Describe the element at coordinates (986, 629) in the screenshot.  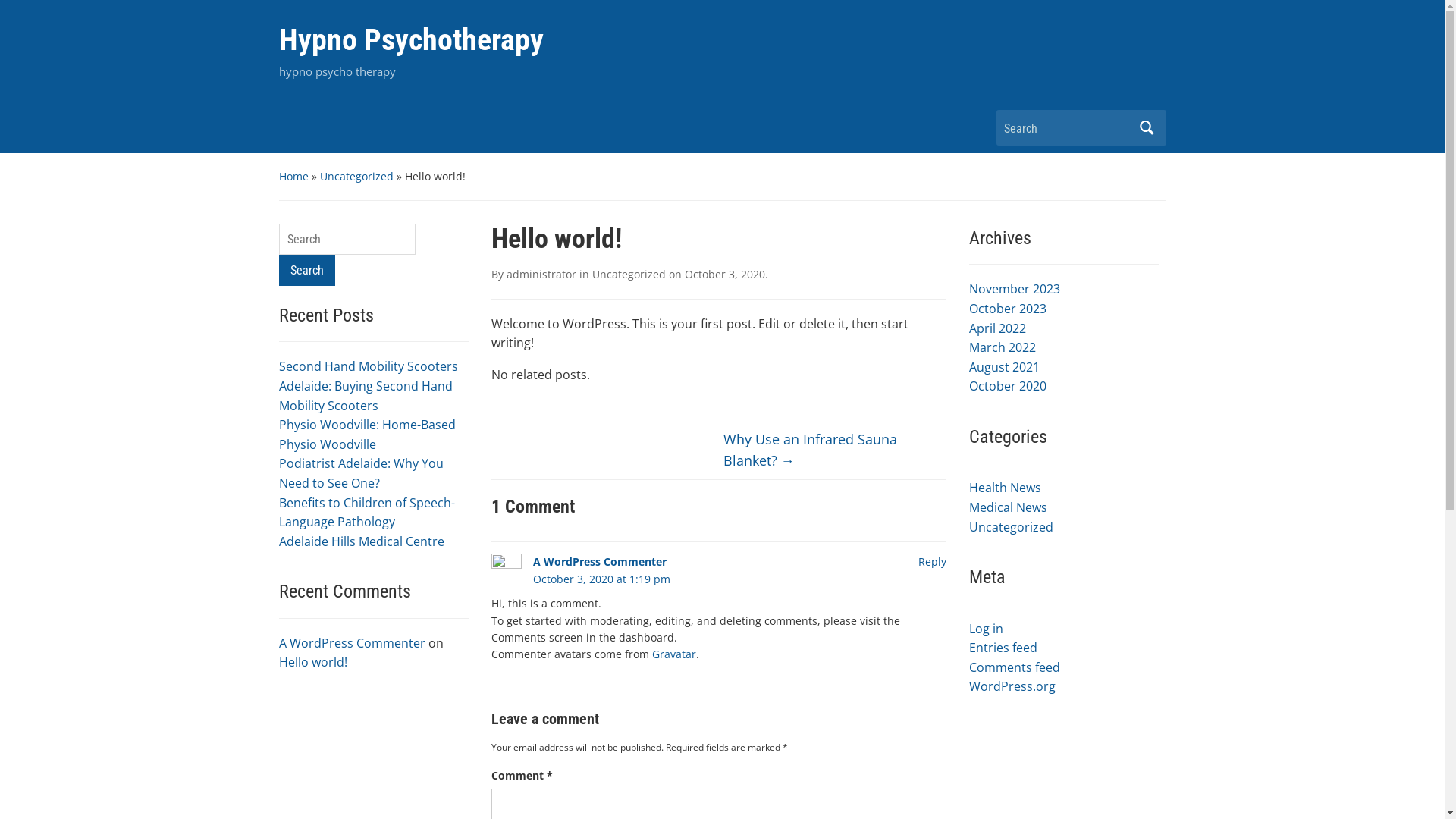
I see `'Log in'` at that location.